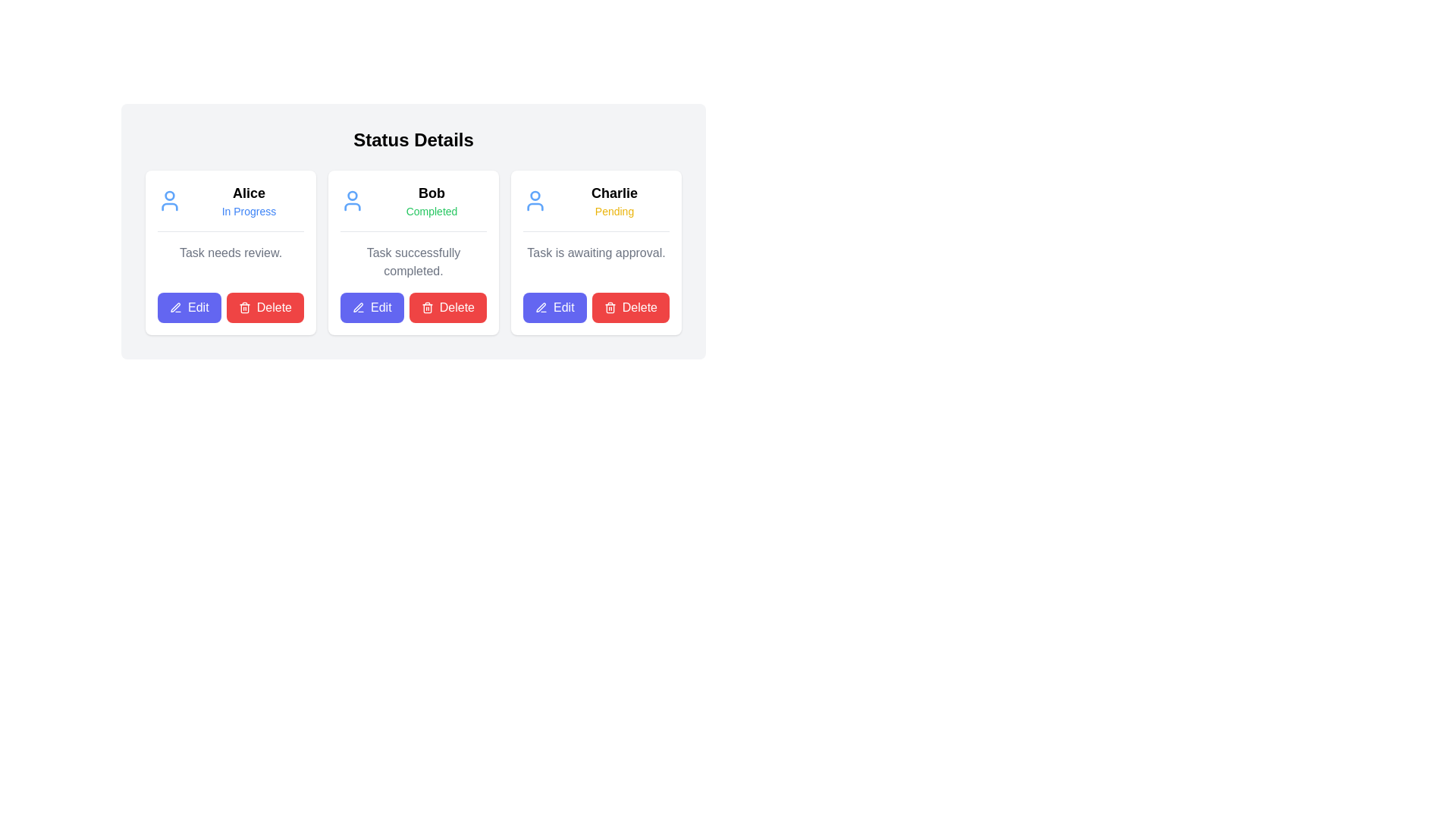 The image size is (1456, 819). I want to click on the trash can icon within the 'Delete' button associated with 'Bob', so click(244, 307).